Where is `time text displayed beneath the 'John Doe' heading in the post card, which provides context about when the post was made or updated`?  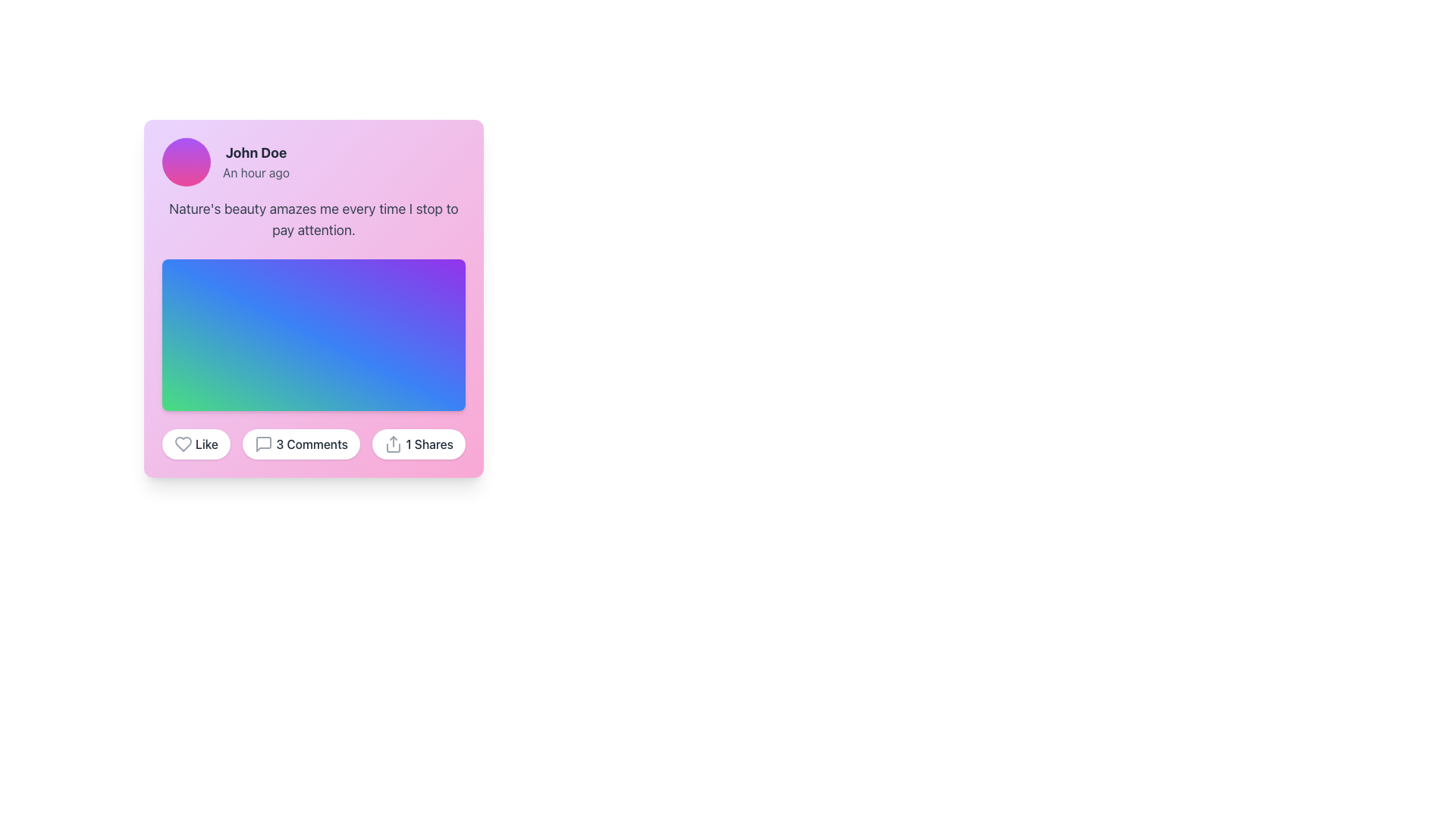 time text displayed beneath the 'John Doe' heading in the post card, which provides context about when the post was made or updated is located at coordinates (256, 171).